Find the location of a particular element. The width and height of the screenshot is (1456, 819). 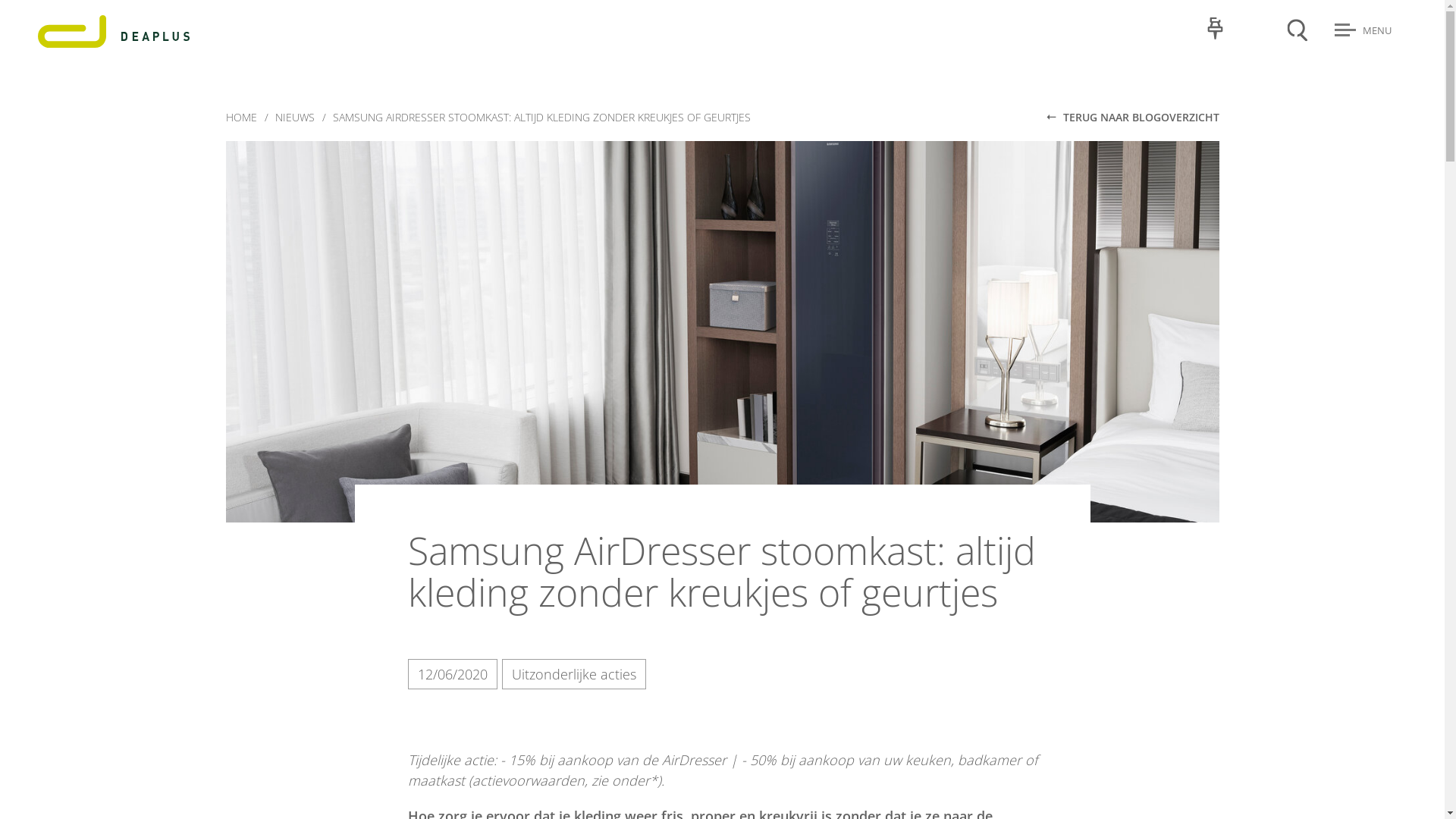

'HOME' is located at coordinates (240, 116).